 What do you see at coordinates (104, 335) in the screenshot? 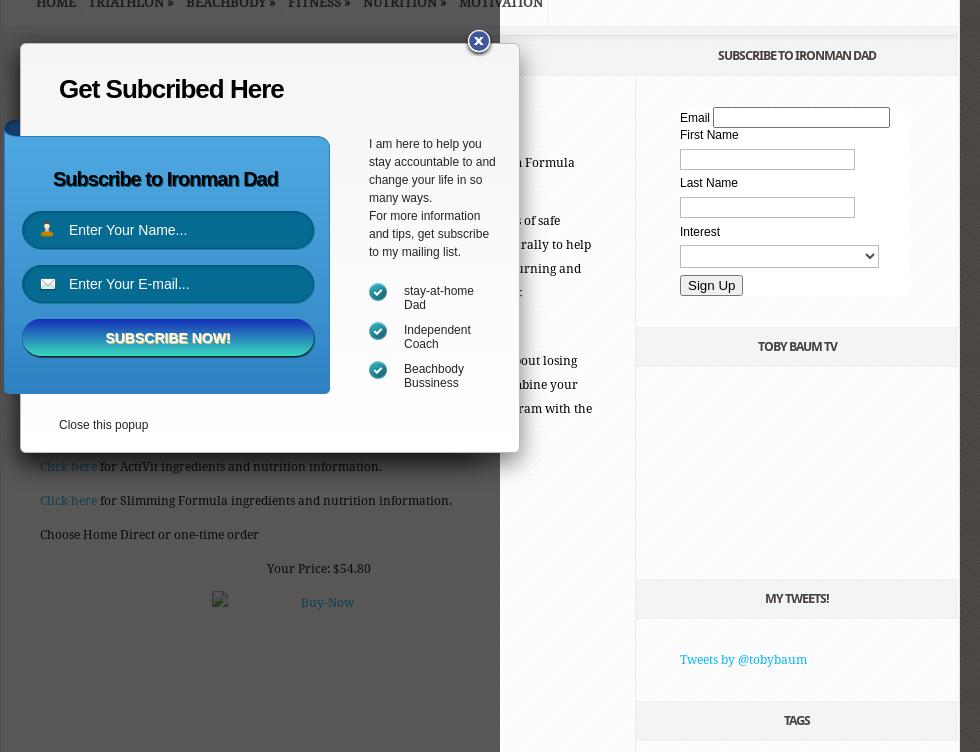
I see `'Subscribe Now!'` at bounding box center [104, 335].